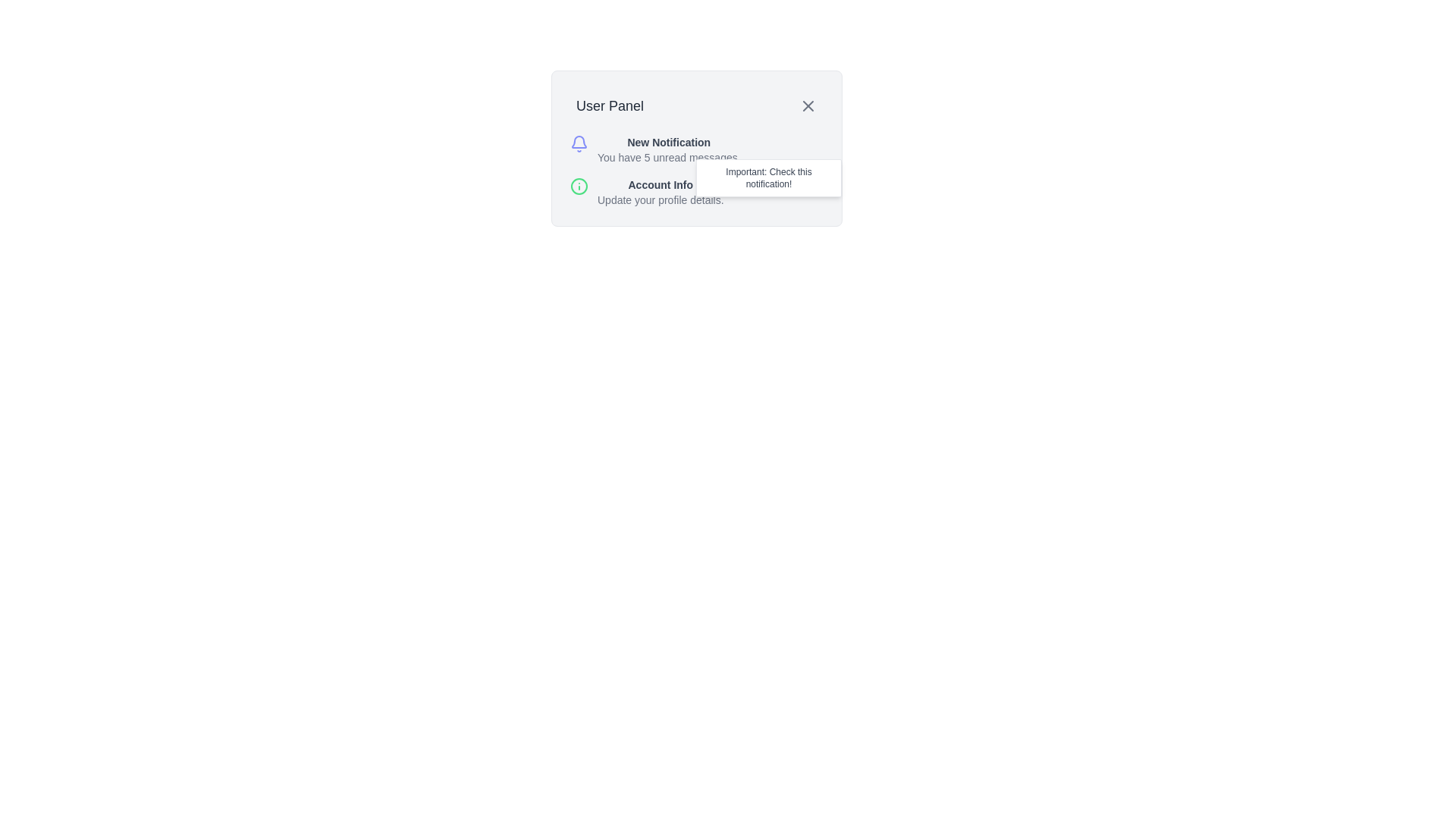  Describe the element at coordinates (661, 192) in the screenshot. I see `descriptive text of the 'Account Info' label, which includes the bold text 'Account Info' and the lighter text 'Update your profile details.'` at that location.